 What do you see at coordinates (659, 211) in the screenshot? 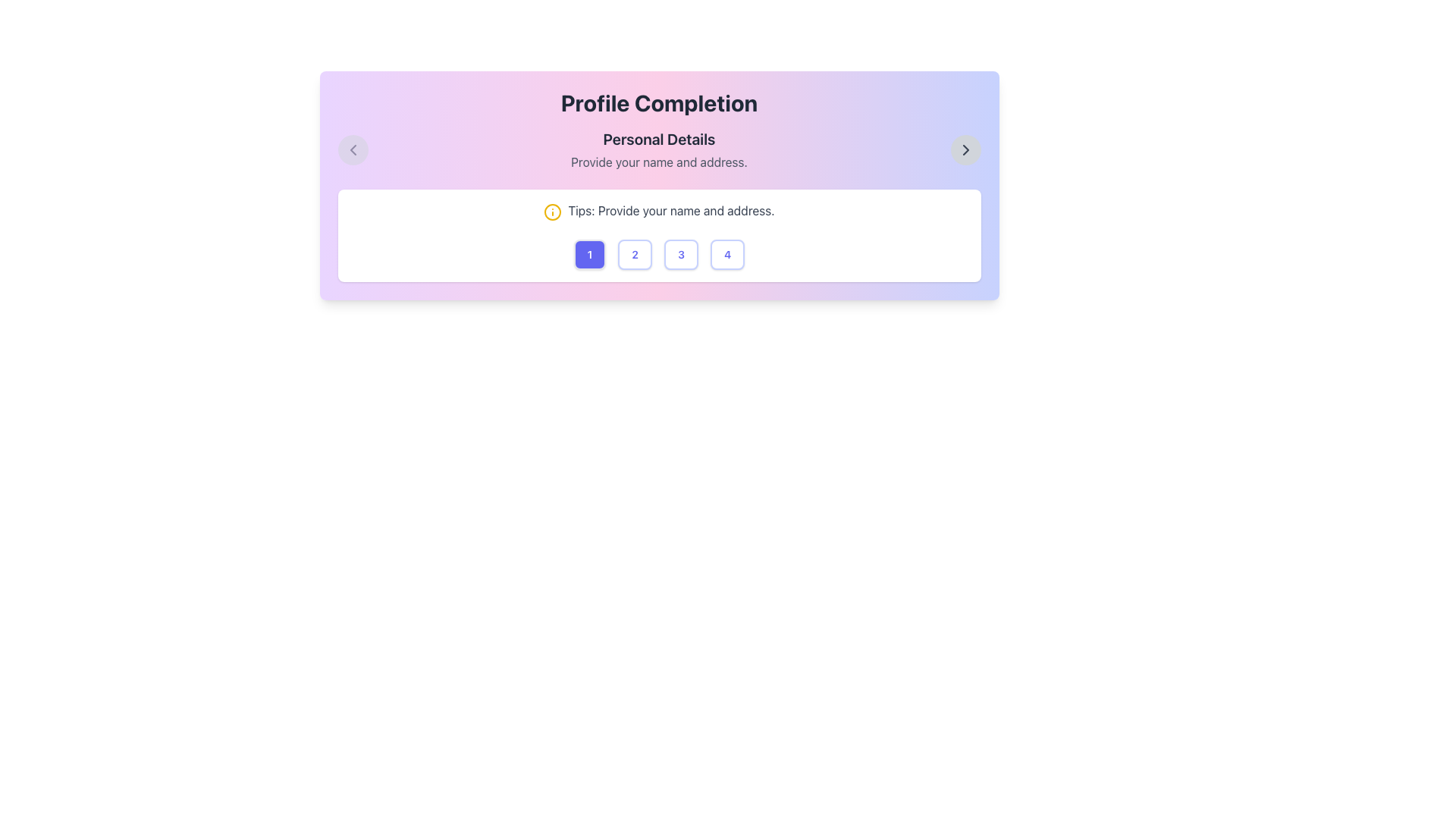
I see `informative static text element that provides tips on completing the profile, which includes an icon with an 'i' symbol and the message 'Tips: Provide your name and address.'` at bounding box center [659, 211].